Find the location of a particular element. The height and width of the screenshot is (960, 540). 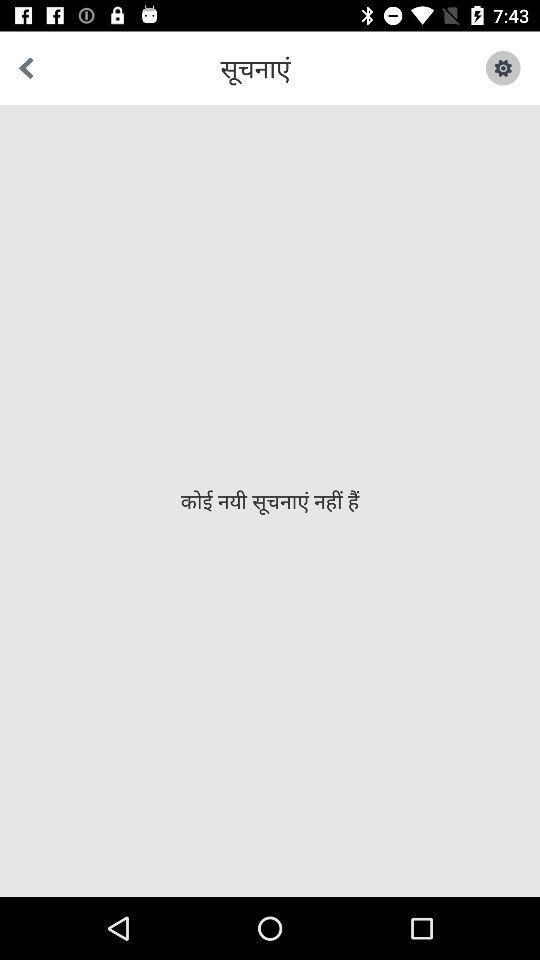

the icon at the top right corner is located at coordinates (490, 68).